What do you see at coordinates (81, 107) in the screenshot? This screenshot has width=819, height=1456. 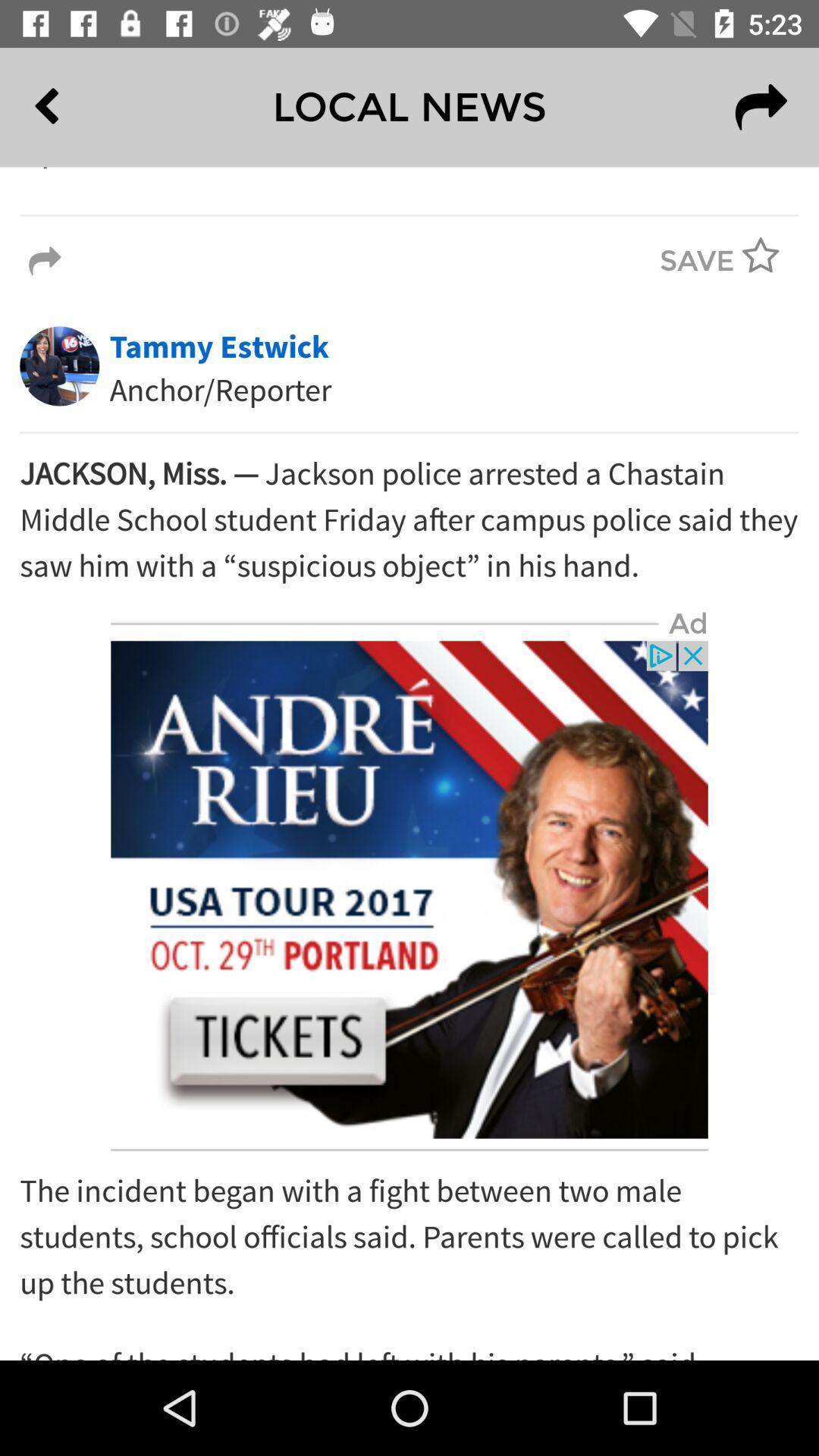 I see `back button which is at top left corner` at bounding box center [81, 107].